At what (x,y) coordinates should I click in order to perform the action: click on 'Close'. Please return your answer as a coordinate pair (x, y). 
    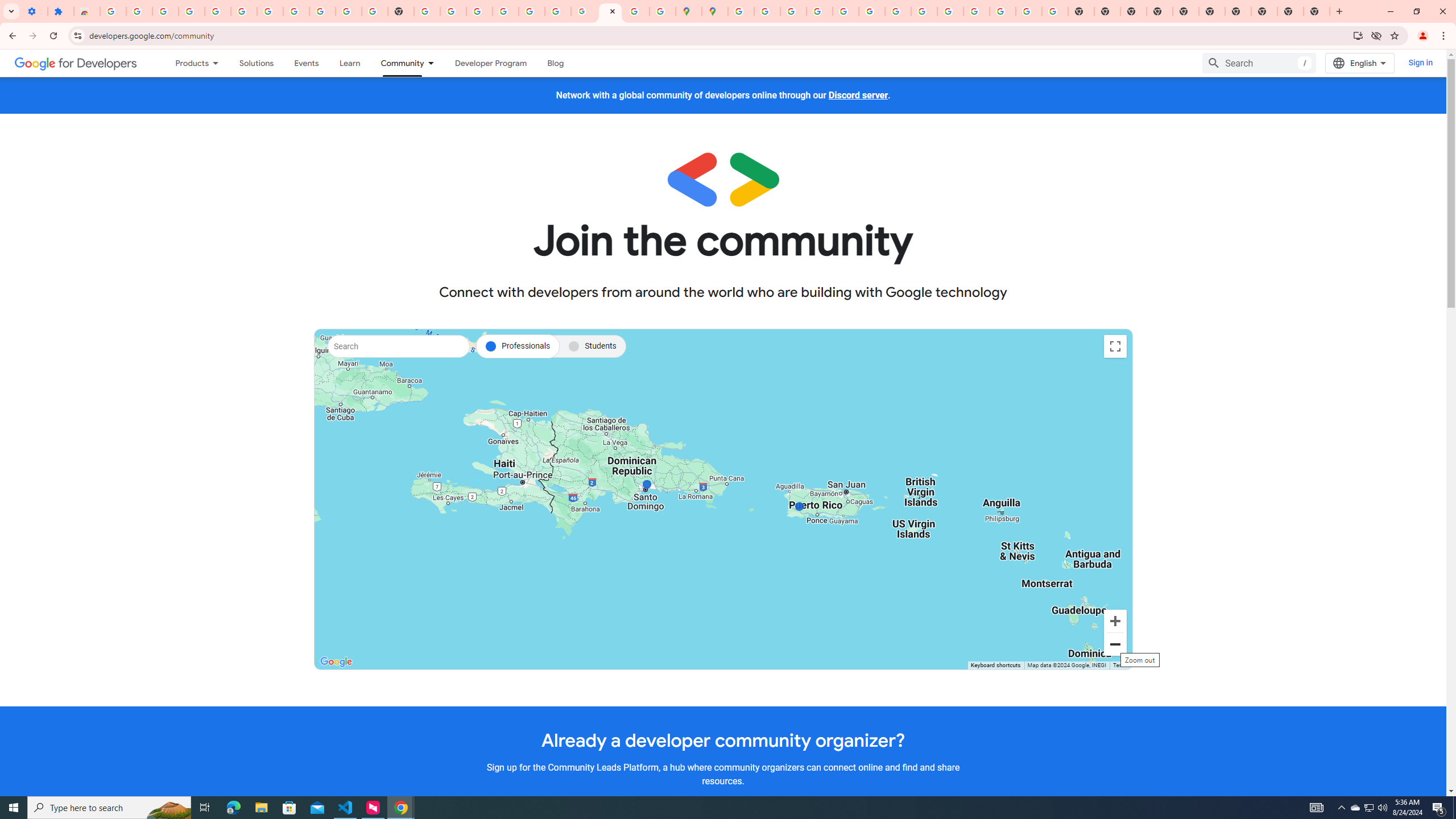
    Looking at the image, I should click on (612, 11).